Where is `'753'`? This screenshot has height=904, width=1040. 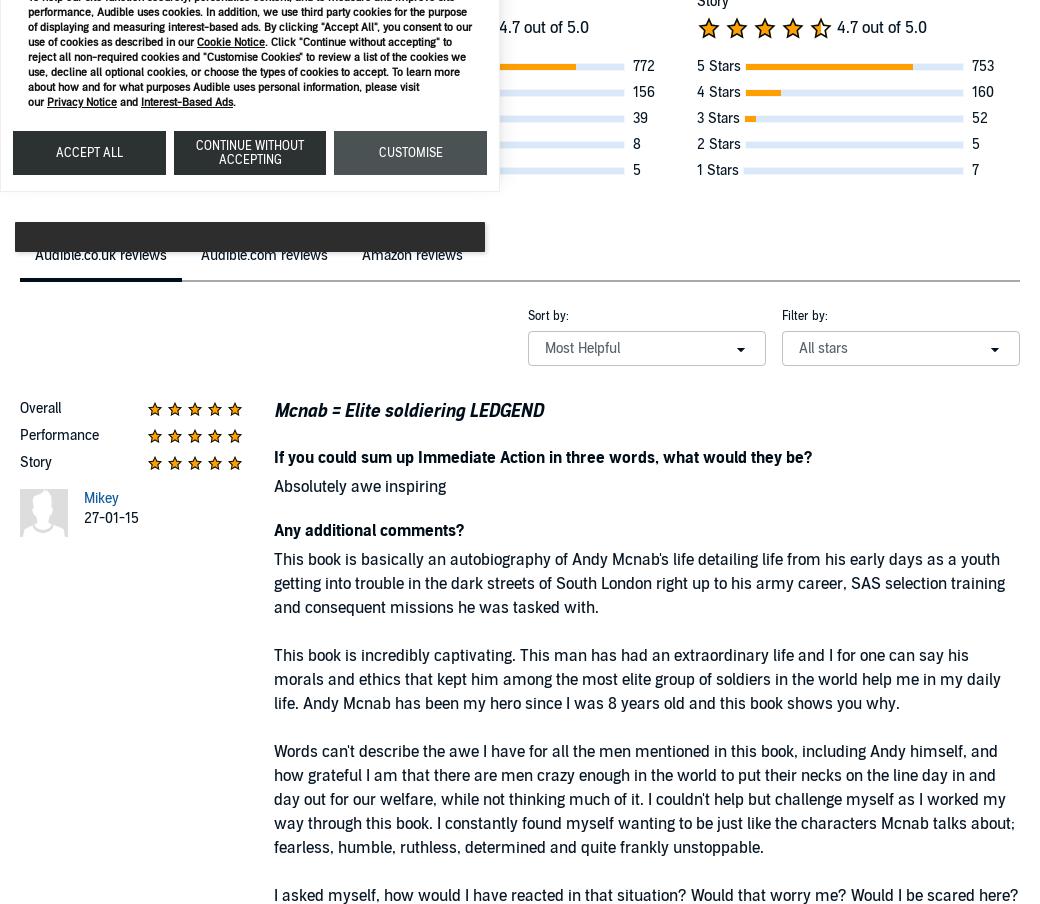 '753' is located at coordinates (981, 66).